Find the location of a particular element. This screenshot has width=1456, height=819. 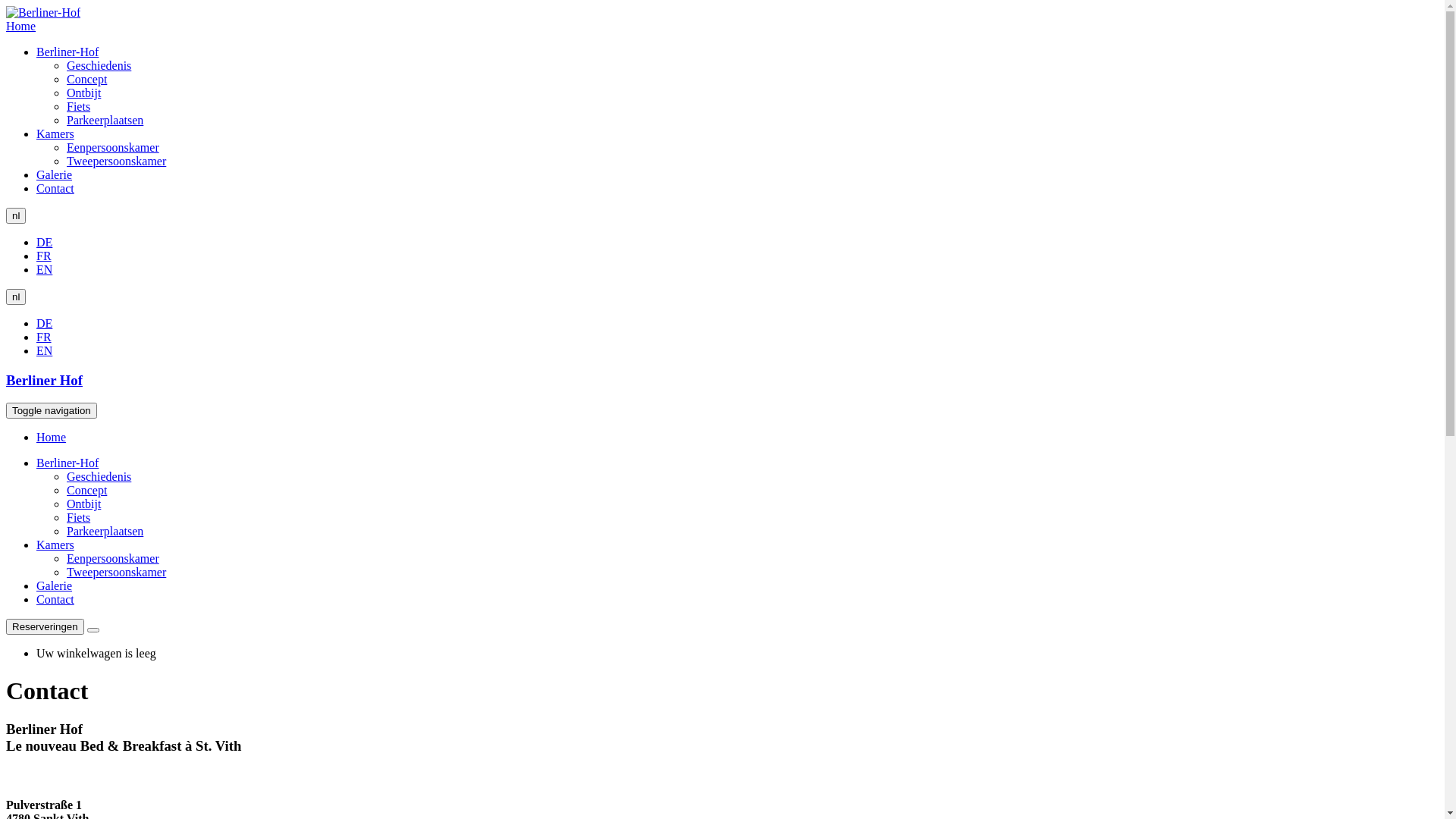

'FR' is located at coordinates (43, 336).